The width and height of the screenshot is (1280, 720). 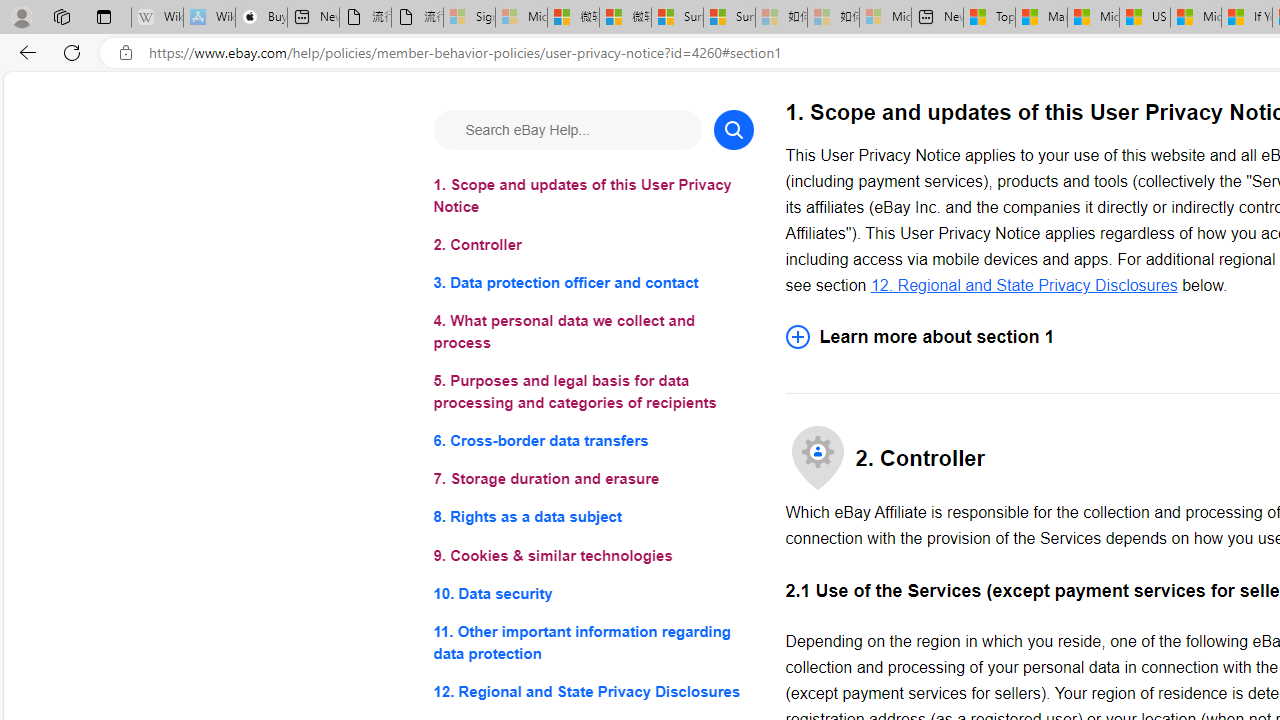 What do you see at coordinates (592, 642) in the screenshot?
I see `'11. Other important information regarding data protection'` at bounding box center [592, 642].